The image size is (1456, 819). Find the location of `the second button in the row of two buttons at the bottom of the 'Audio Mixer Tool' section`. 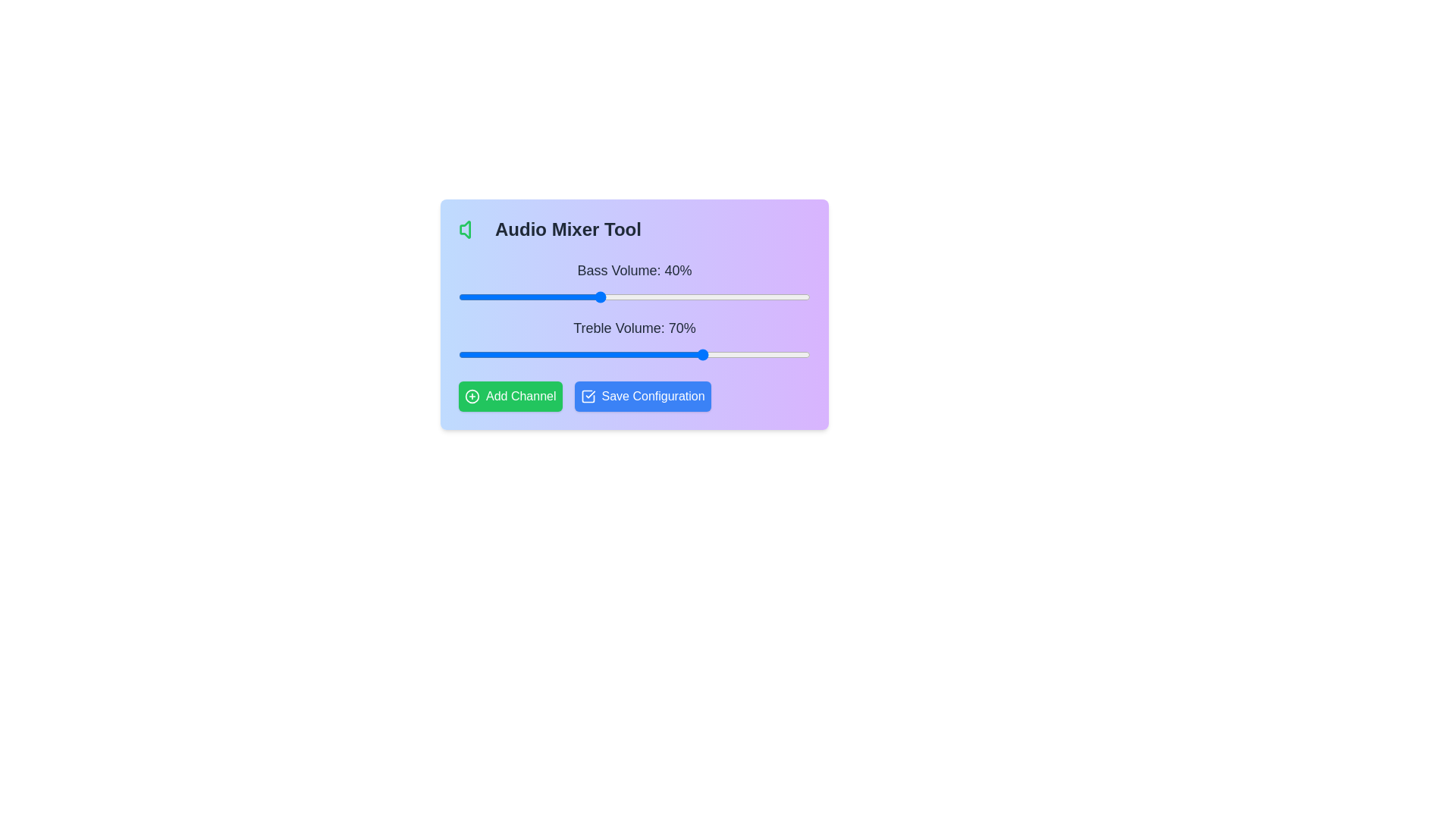

the second button in the row of two buttons at the bottom of the 'Audio Mixer Tool' section is located at coordinates (642, 396).